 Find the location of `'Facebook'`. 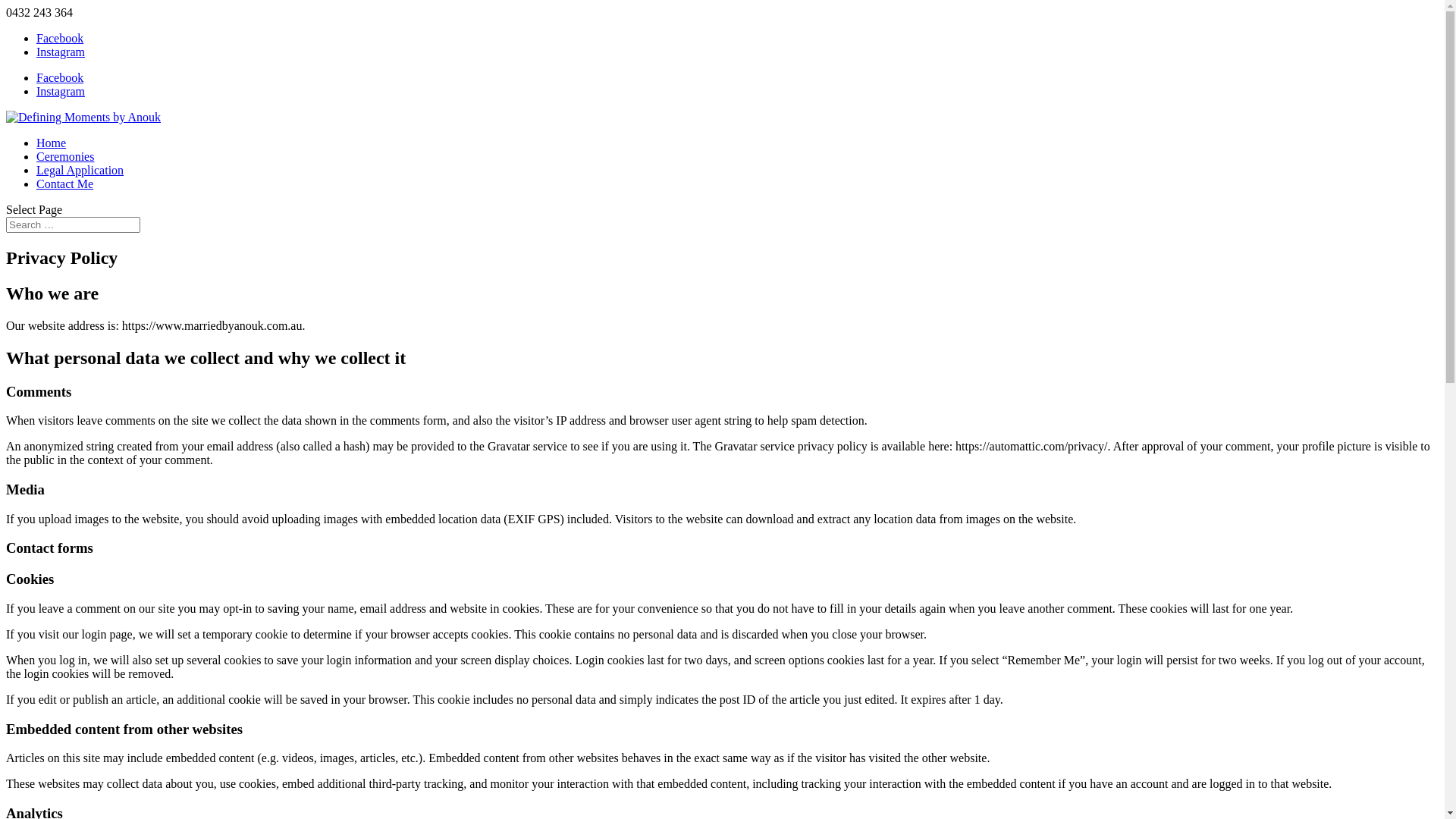

'Facebook' is located at coordinates (59, 37).